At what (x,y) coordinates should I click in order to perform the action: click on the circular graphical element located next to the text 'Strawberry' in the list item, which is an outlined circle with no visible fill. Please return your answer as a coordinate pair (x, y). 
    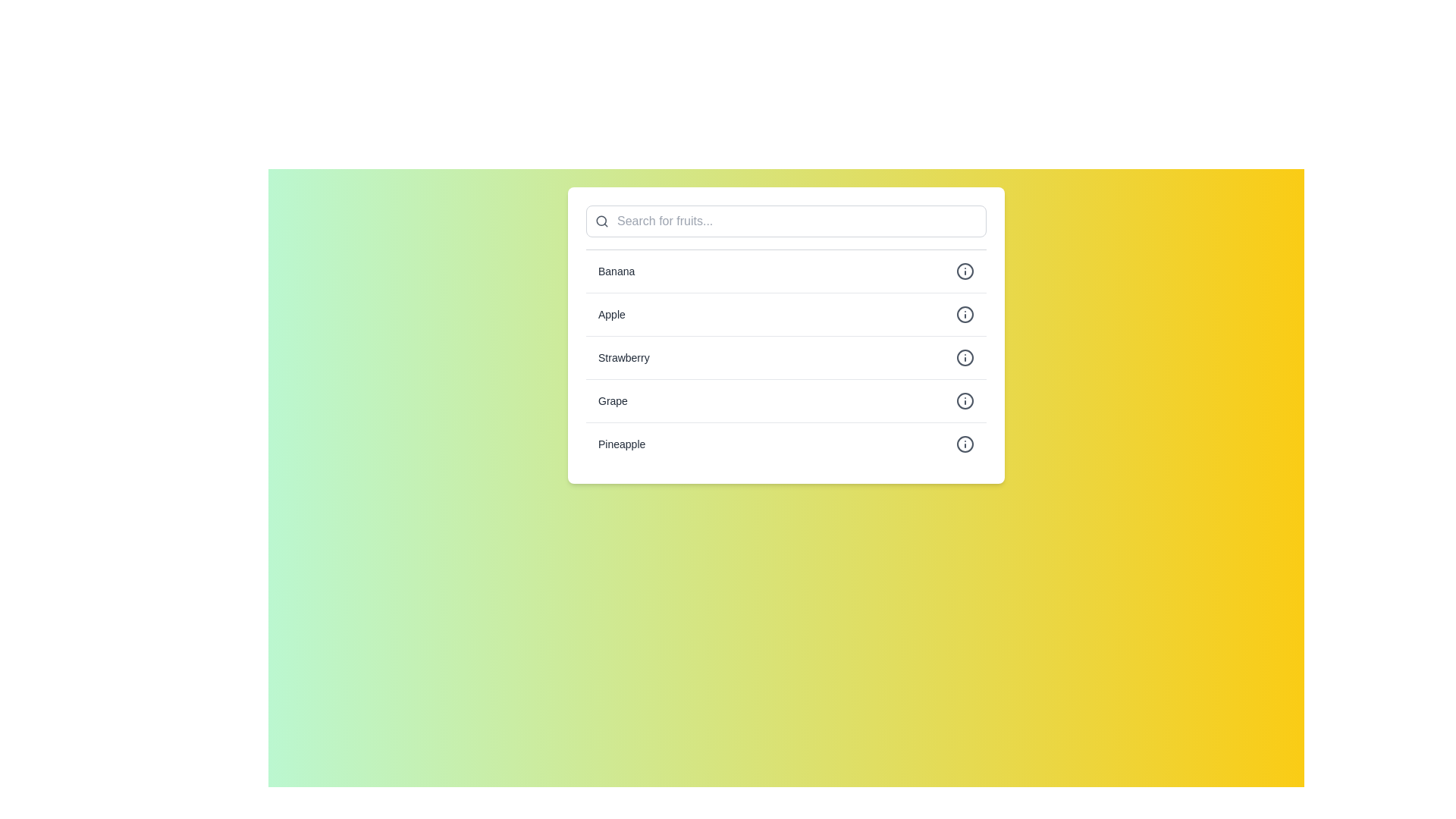
    Looking at the image, I should click on (964, 357).